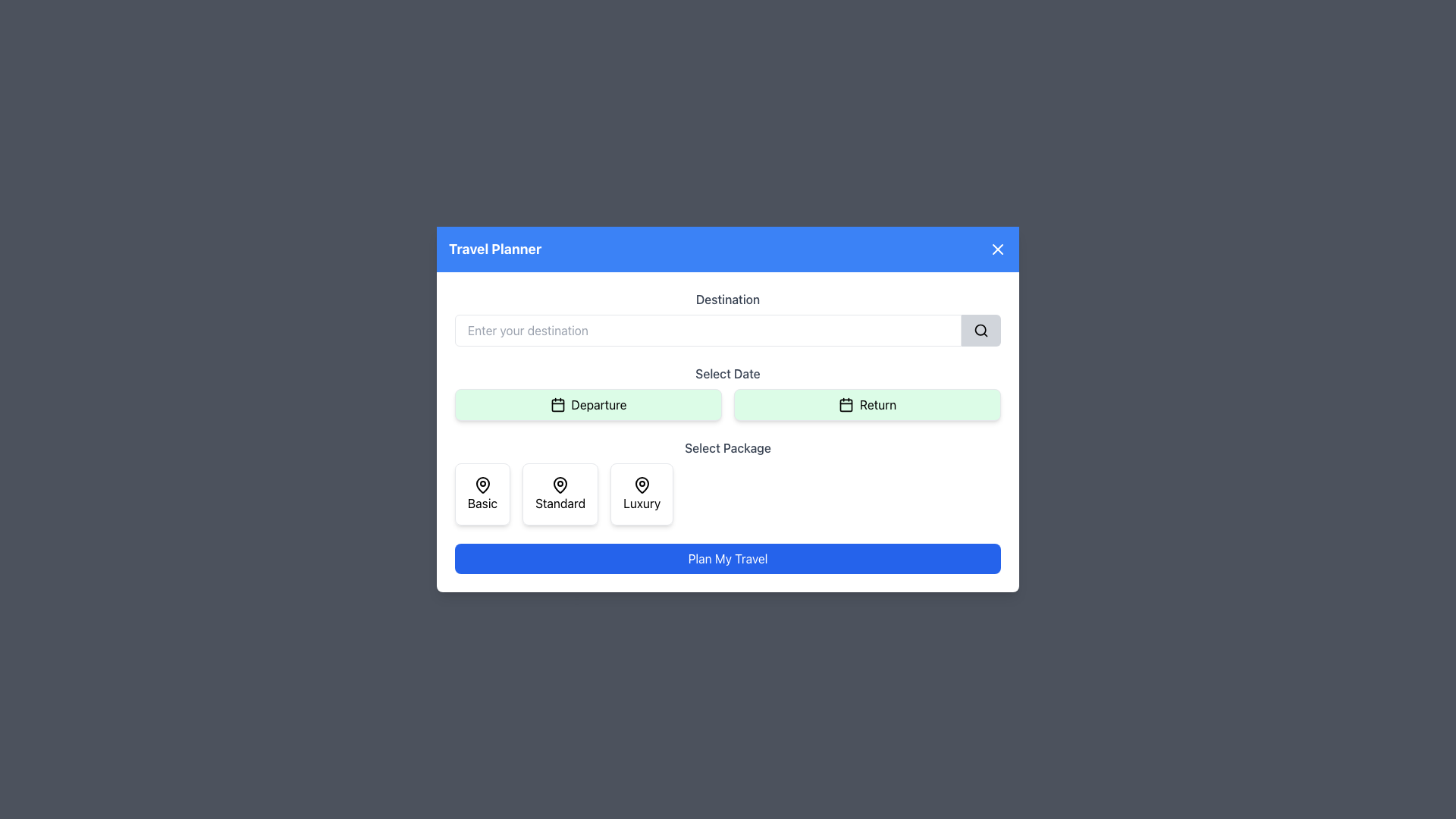 The height and width of the screenshot is (819, 1456). Describe the element at coordinates (598, 403) in the screenshot. I see `the 'Departure' text label, which is part of a button-like component with a light green background and rounded edges, located in the 'Select Date' section adjacent to a calendar icon` at that location.